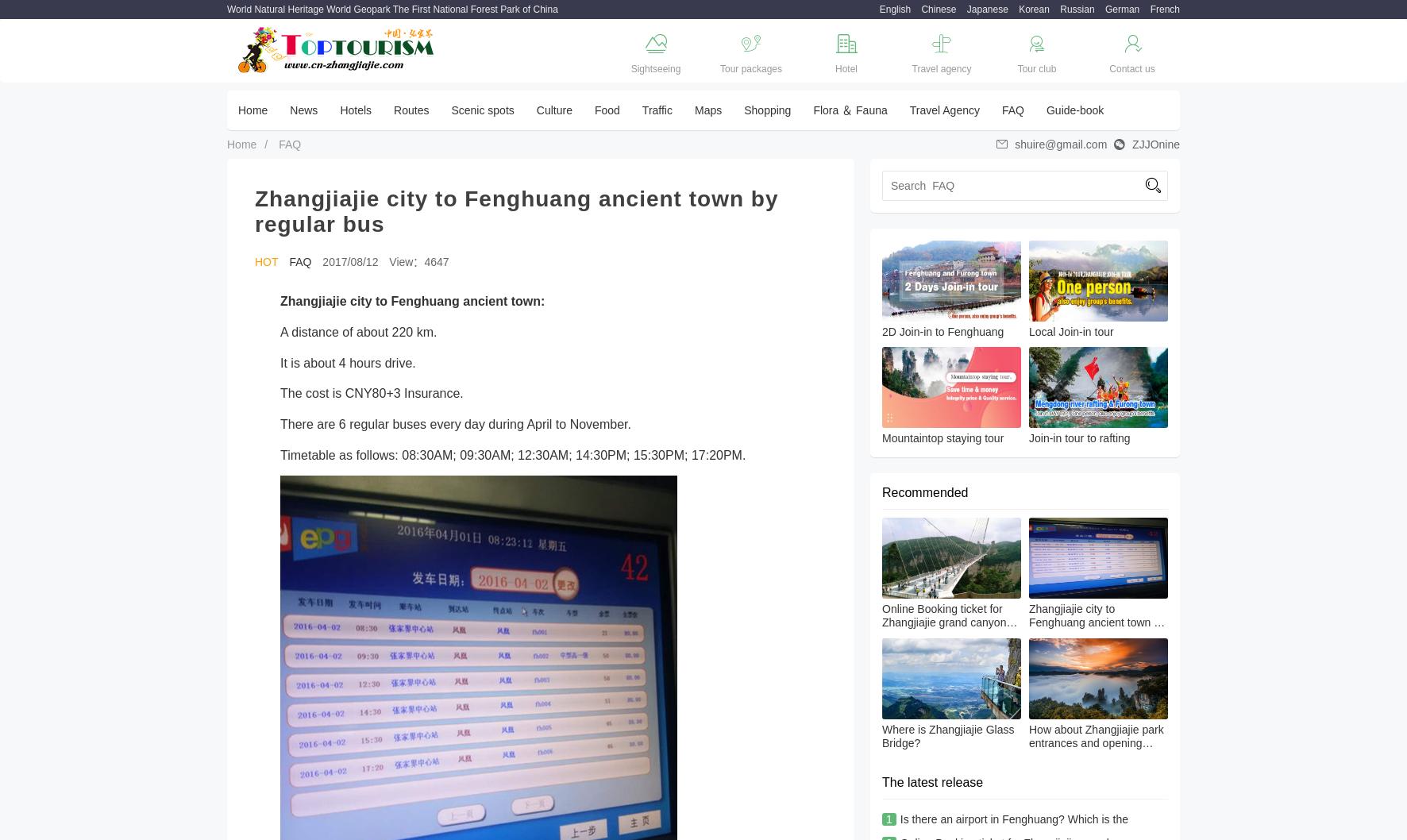 Image resolution: width=1407 pixels, height=840 pixels. I want to click on 'Tour packages', so click(719, 68).